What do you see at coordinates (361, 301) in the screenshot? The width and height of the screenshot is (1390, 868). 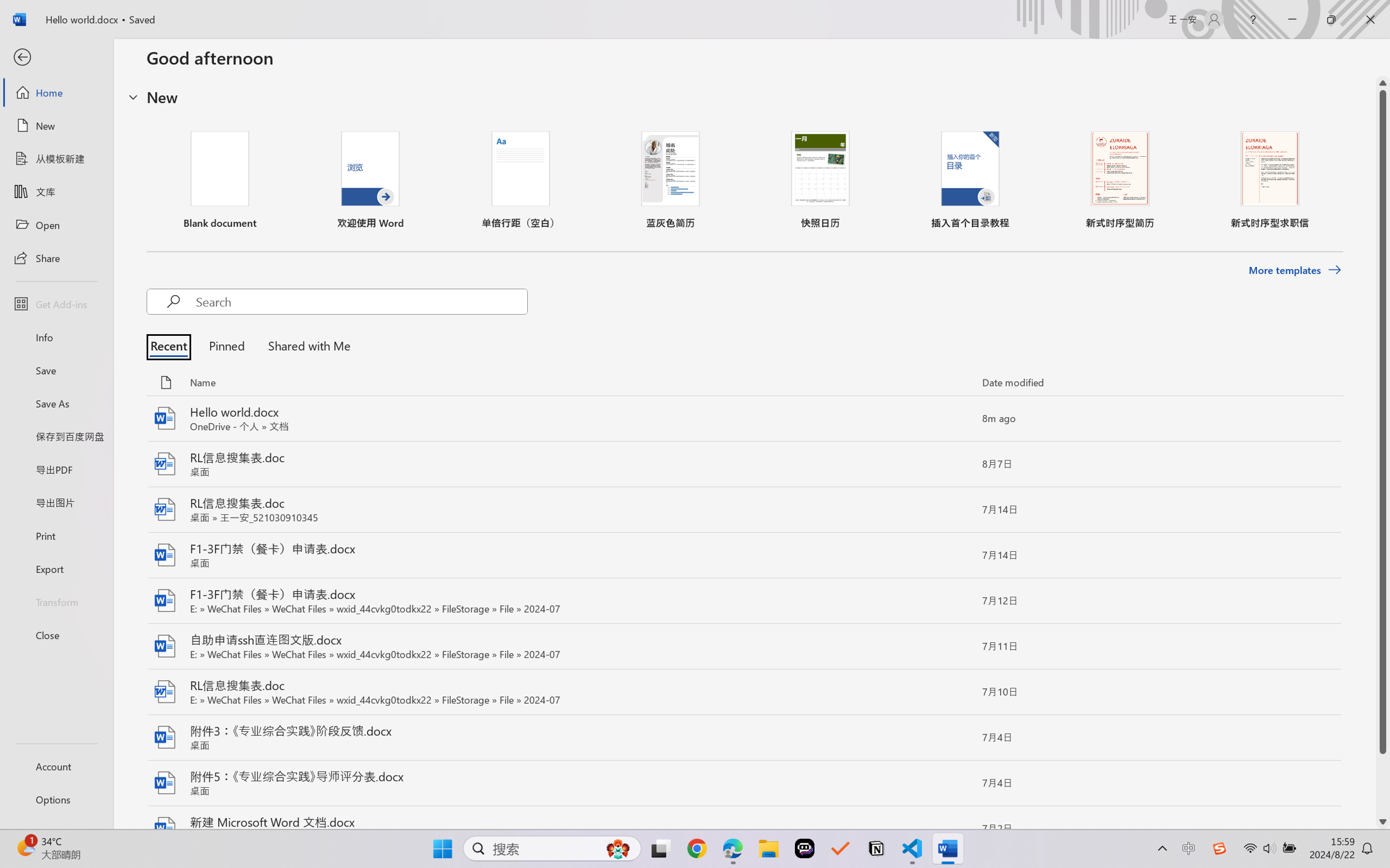 I see `'Search'` at bounding box center [361, 301].